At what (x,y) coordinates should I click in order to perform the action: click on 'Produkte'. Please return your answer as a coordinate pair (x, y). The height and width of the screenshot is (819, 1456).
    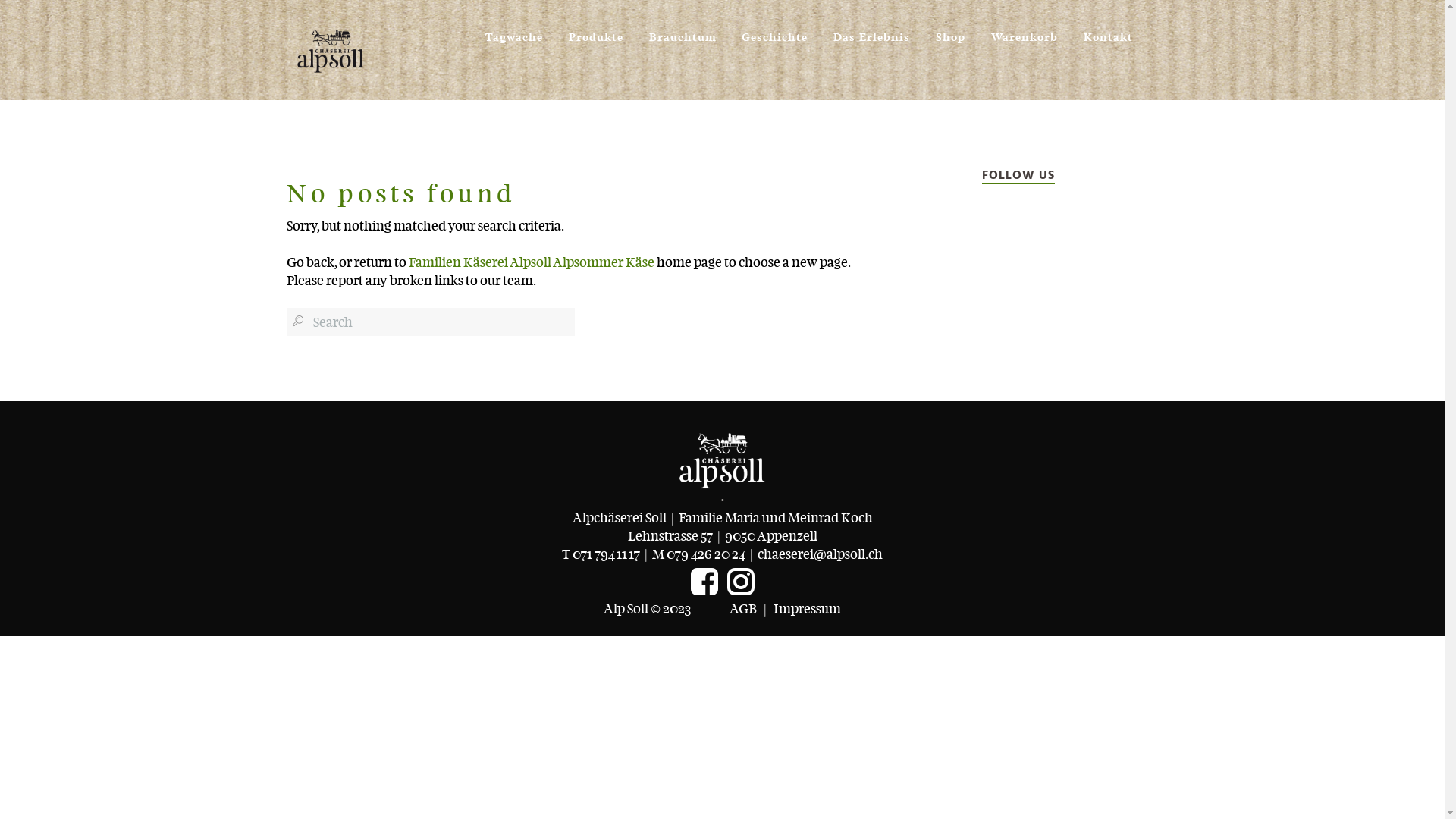
    Looking at the image, I should click on (595, 30).